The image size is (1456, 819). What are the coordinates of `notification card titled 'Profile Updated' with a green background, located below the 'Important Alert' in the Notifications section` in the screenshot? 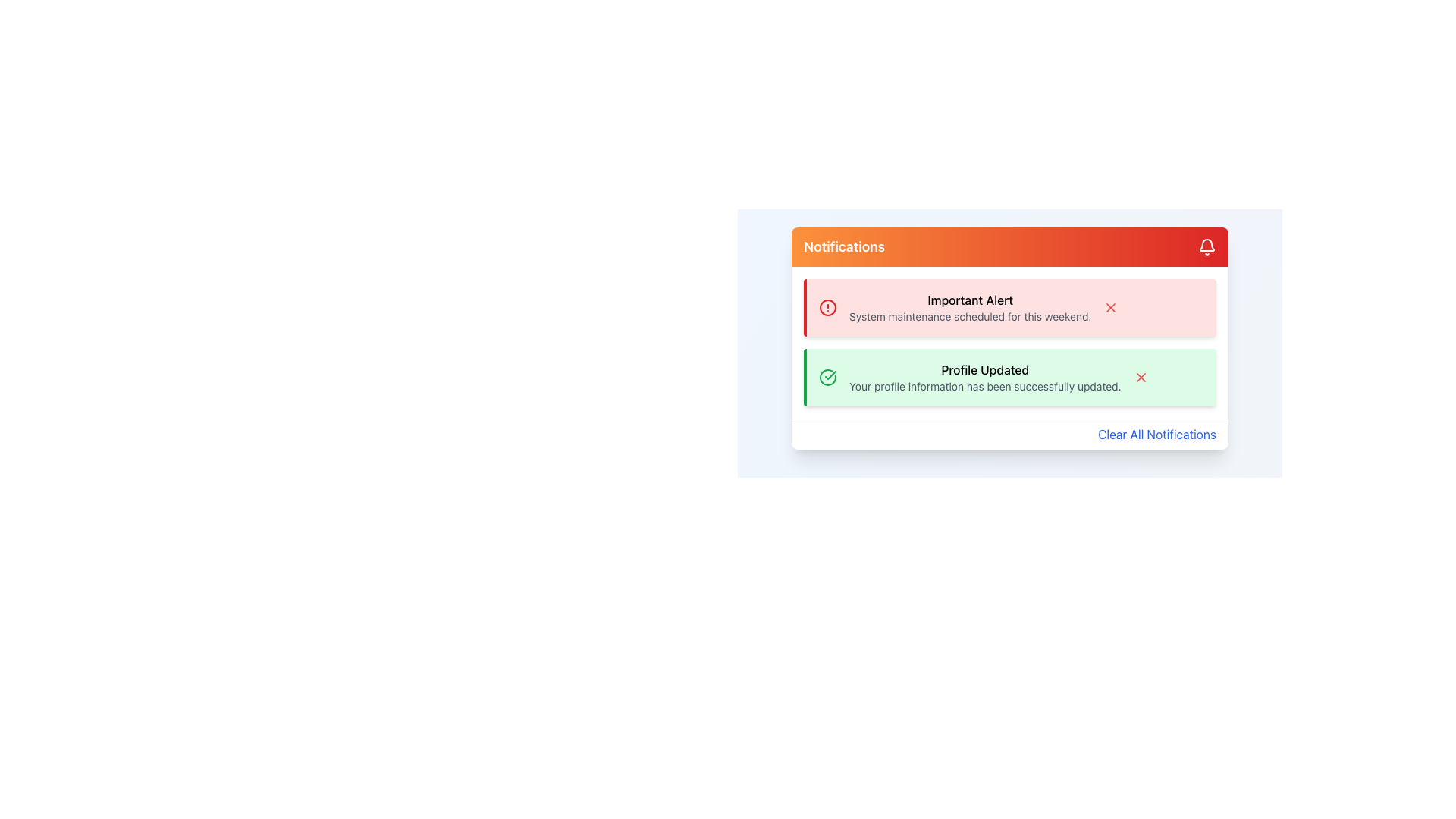 It's located at (1009, 376).